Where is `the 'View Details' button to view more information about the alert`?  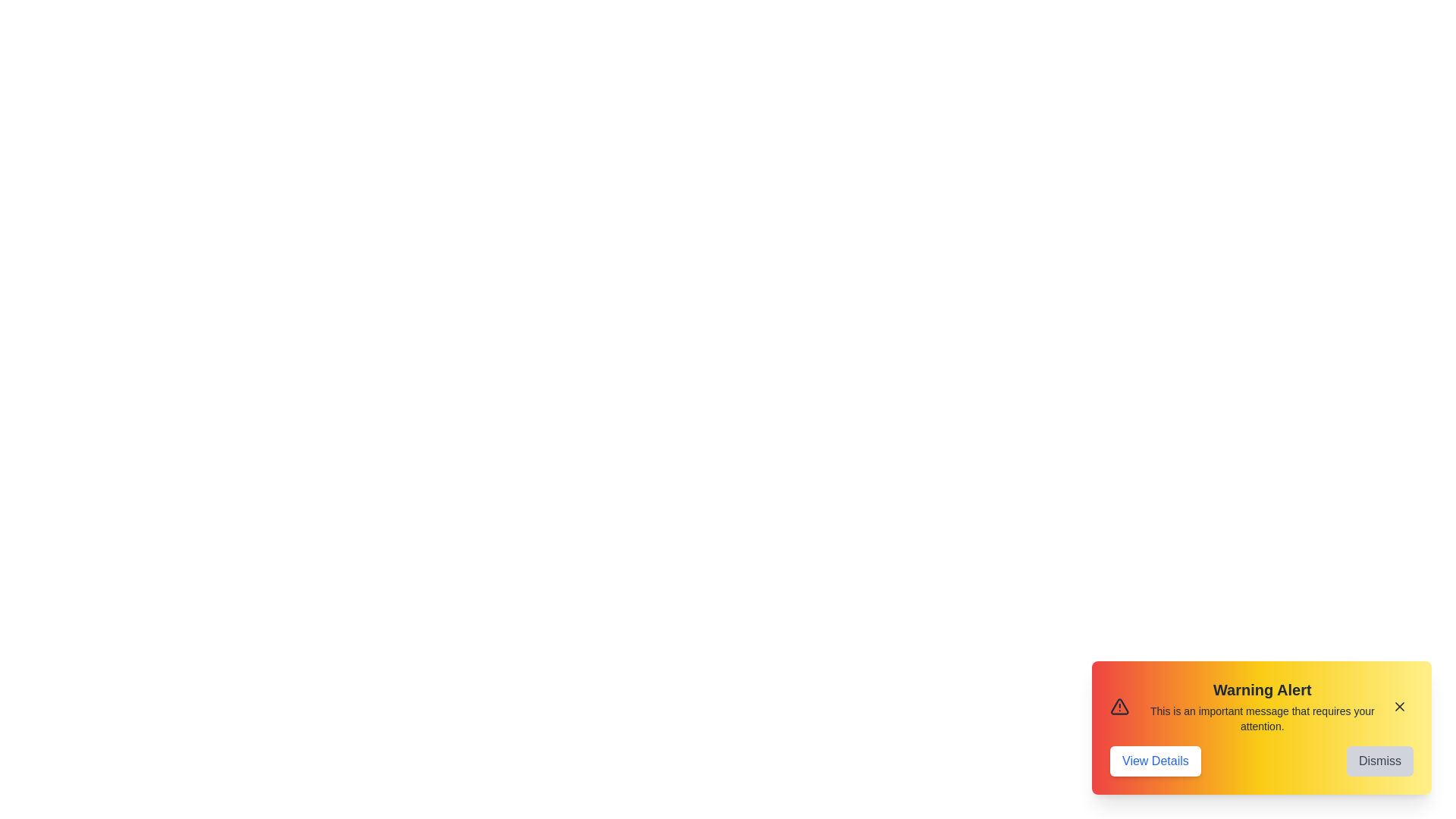
the 'View Details' button to view more information about the alert is located at coordinates (1154, 761).